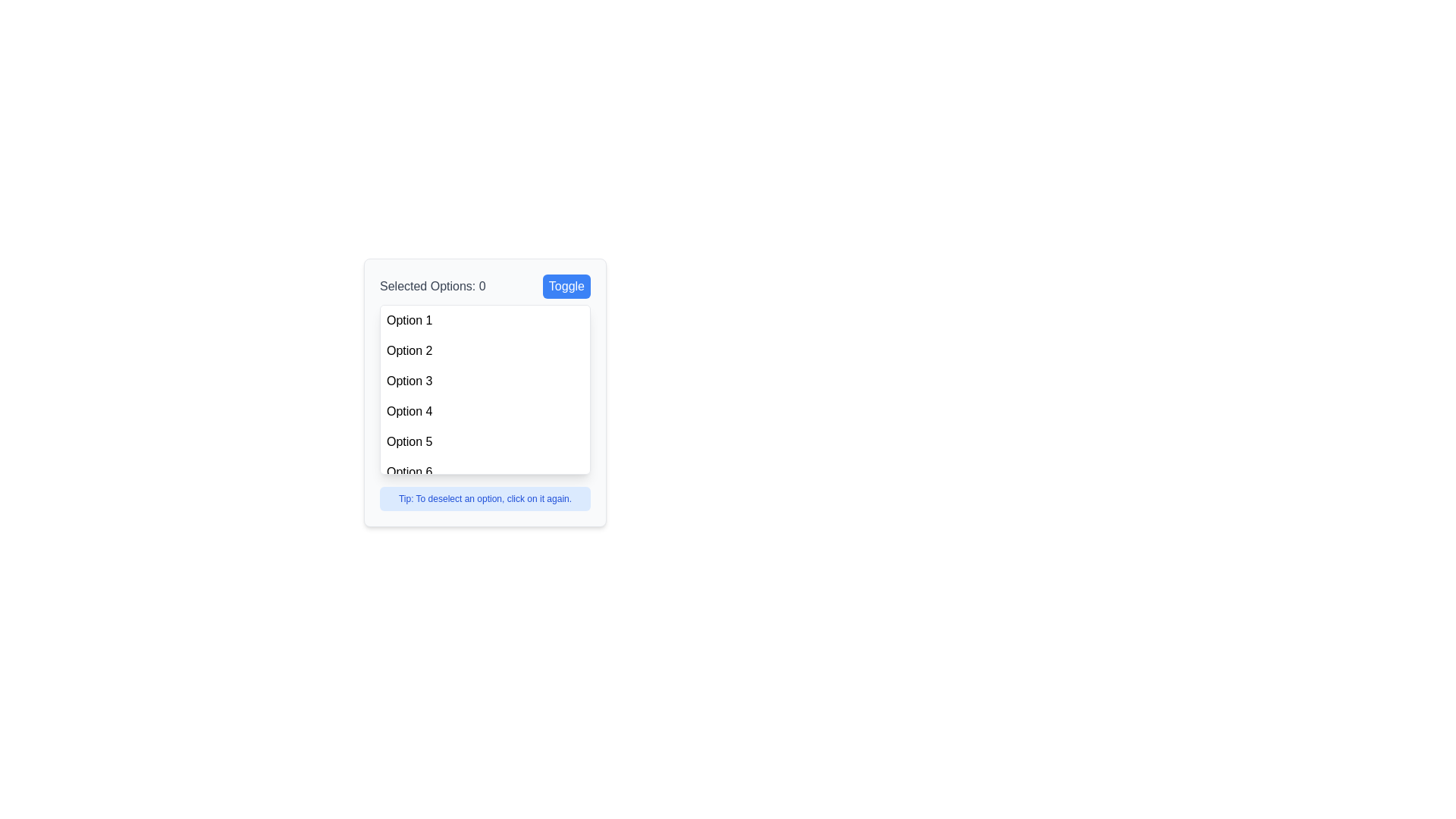 This screenshot has height=819, width=1456. I want to click on the first item labeled 'Option 1' in the dropdown menu, so click(409, 320).